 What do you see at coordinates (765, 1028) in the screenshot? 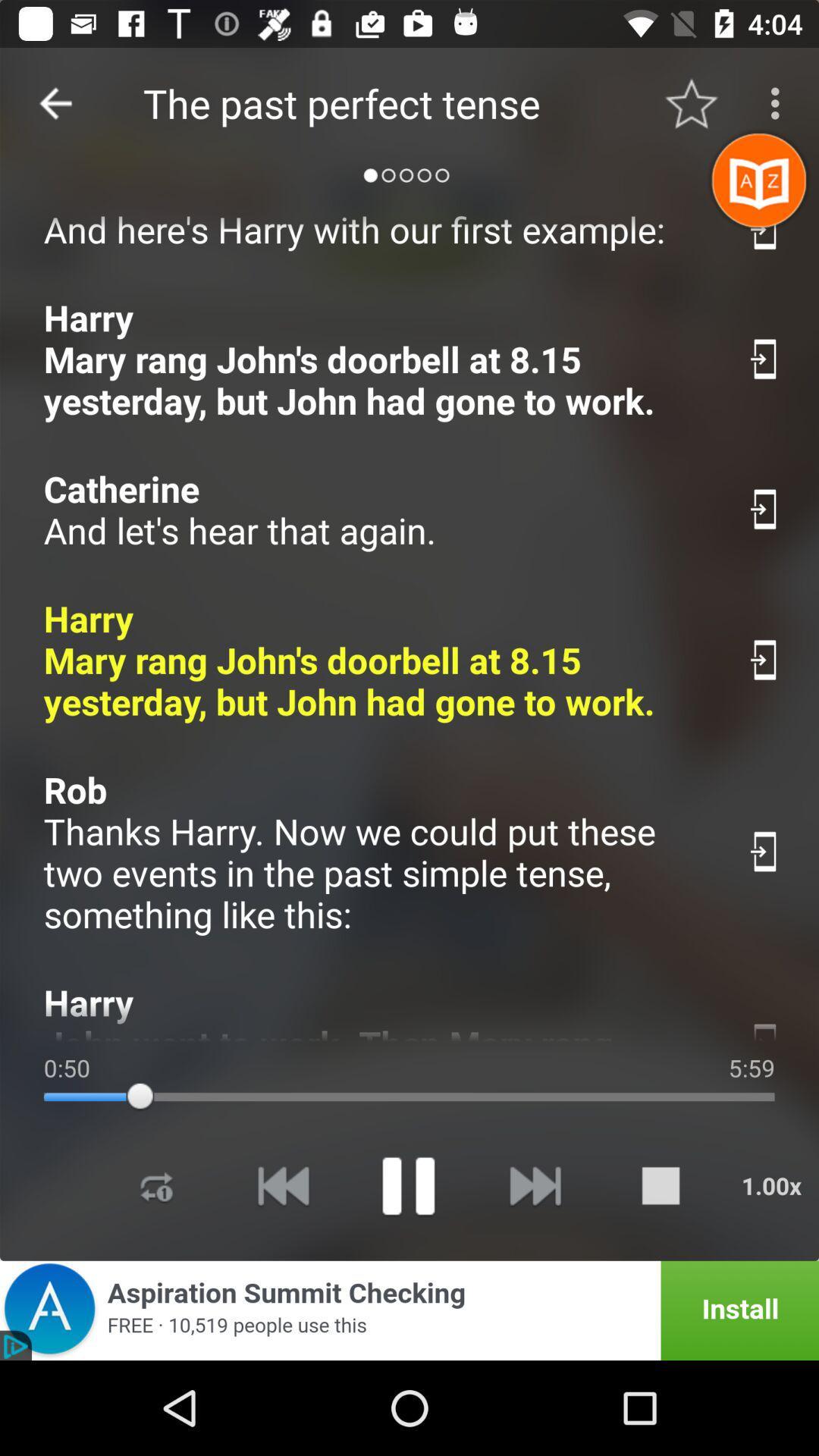
I see `send your phone` at bounding box center [765, 1028].